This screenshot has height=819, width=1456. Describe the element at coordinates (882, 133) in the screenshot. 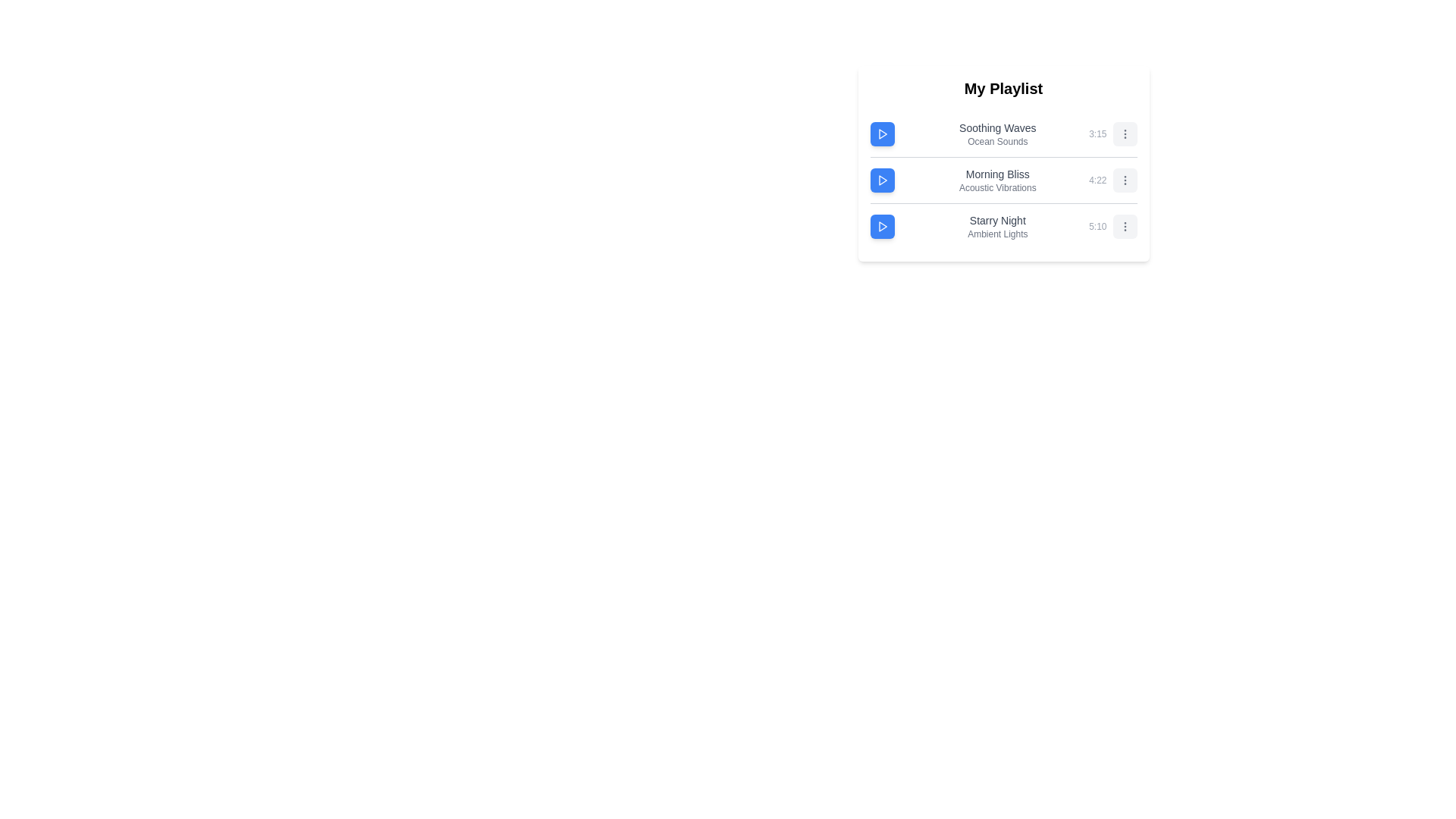

I see `the play button icon, which is triangular and surrounded by a blue circular background, located in the first row of the playlist interface to the left of the text 'Soothing Waves - Ocean Sounds'` at that location.